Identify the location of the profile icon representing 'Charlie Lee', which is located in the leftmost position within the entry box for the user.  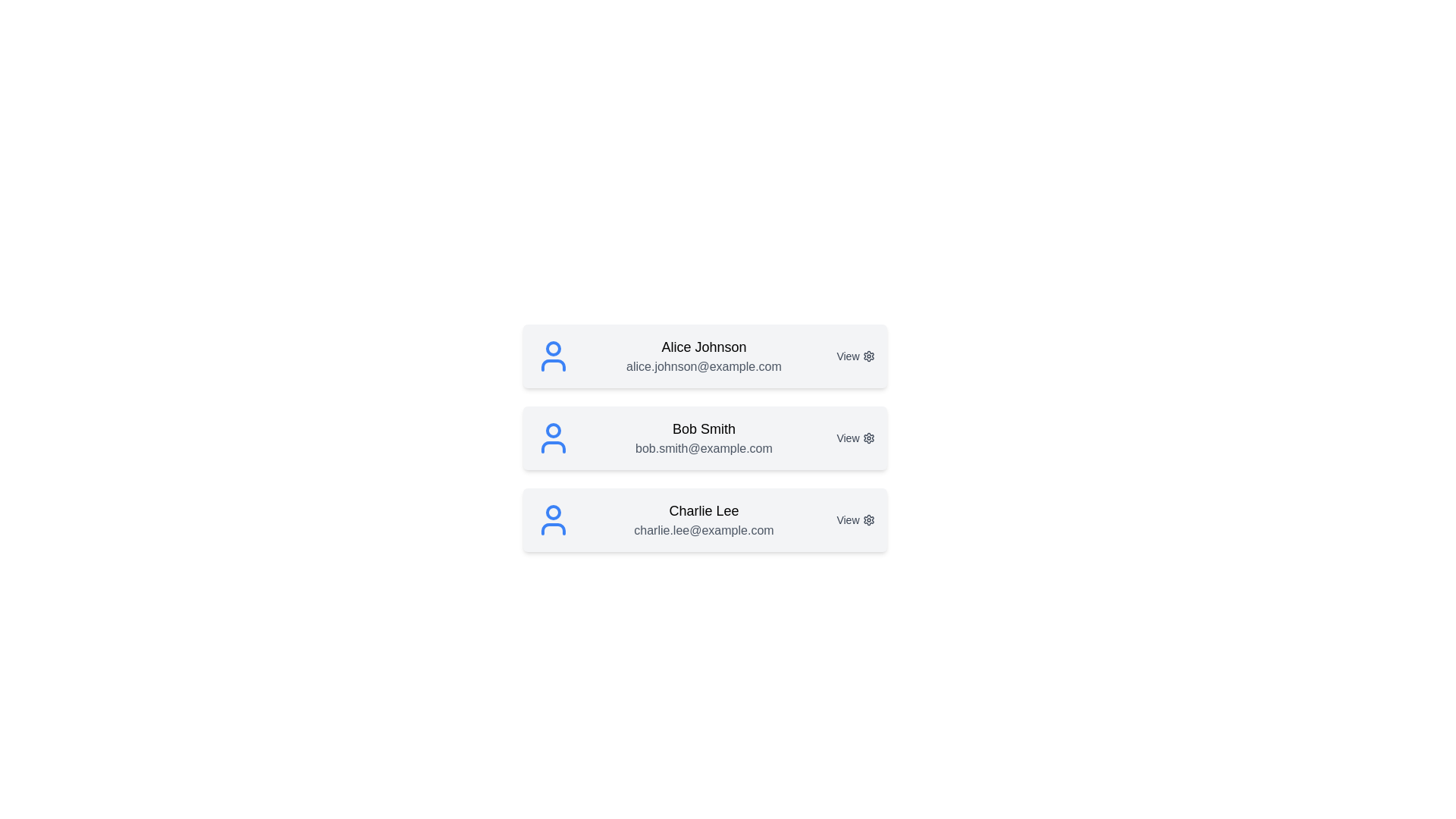
(552, 519).